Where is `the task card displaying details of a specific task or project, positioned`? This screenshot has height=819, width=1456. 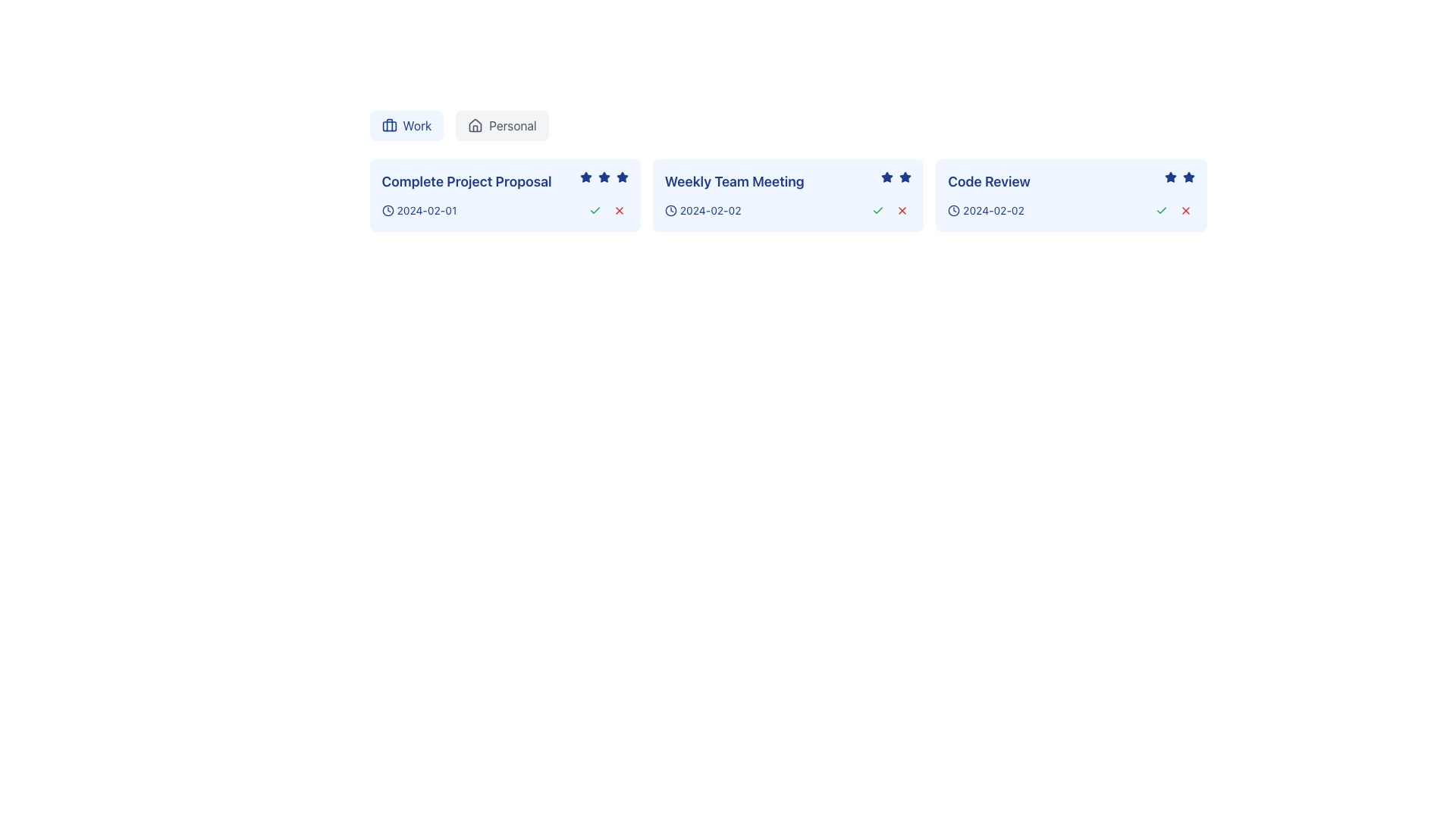 the task card displaying details of a specific task or project, positioned is located at coordinates (505, 195).